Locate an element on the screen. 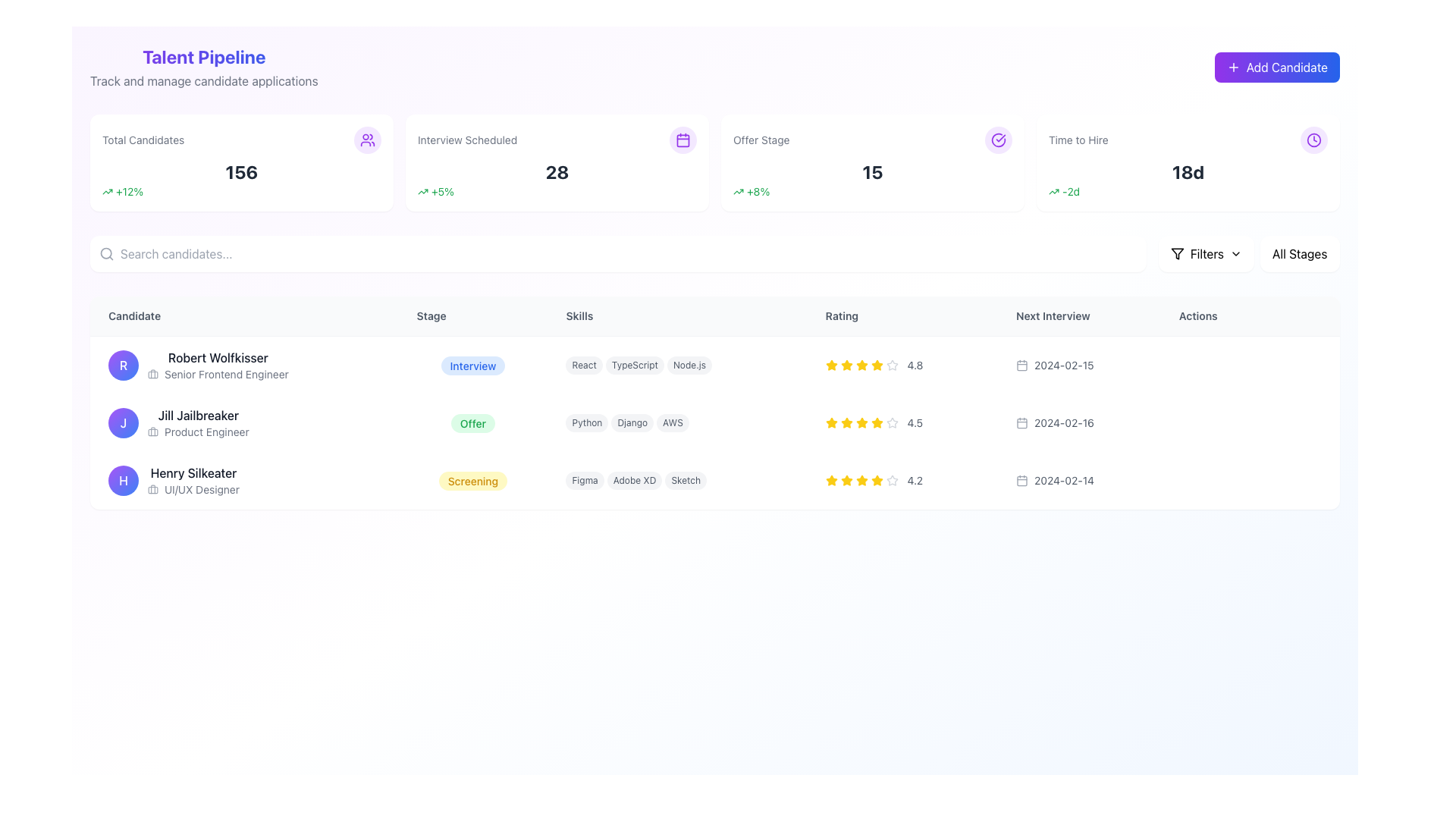 The image size is (1456, 819). the text label displaying 'Interview' with a rounded light blue background, located in the 'Stage' column of the candidate 'Robert Wolfkisser' information row is located at coordinates (472, 365).